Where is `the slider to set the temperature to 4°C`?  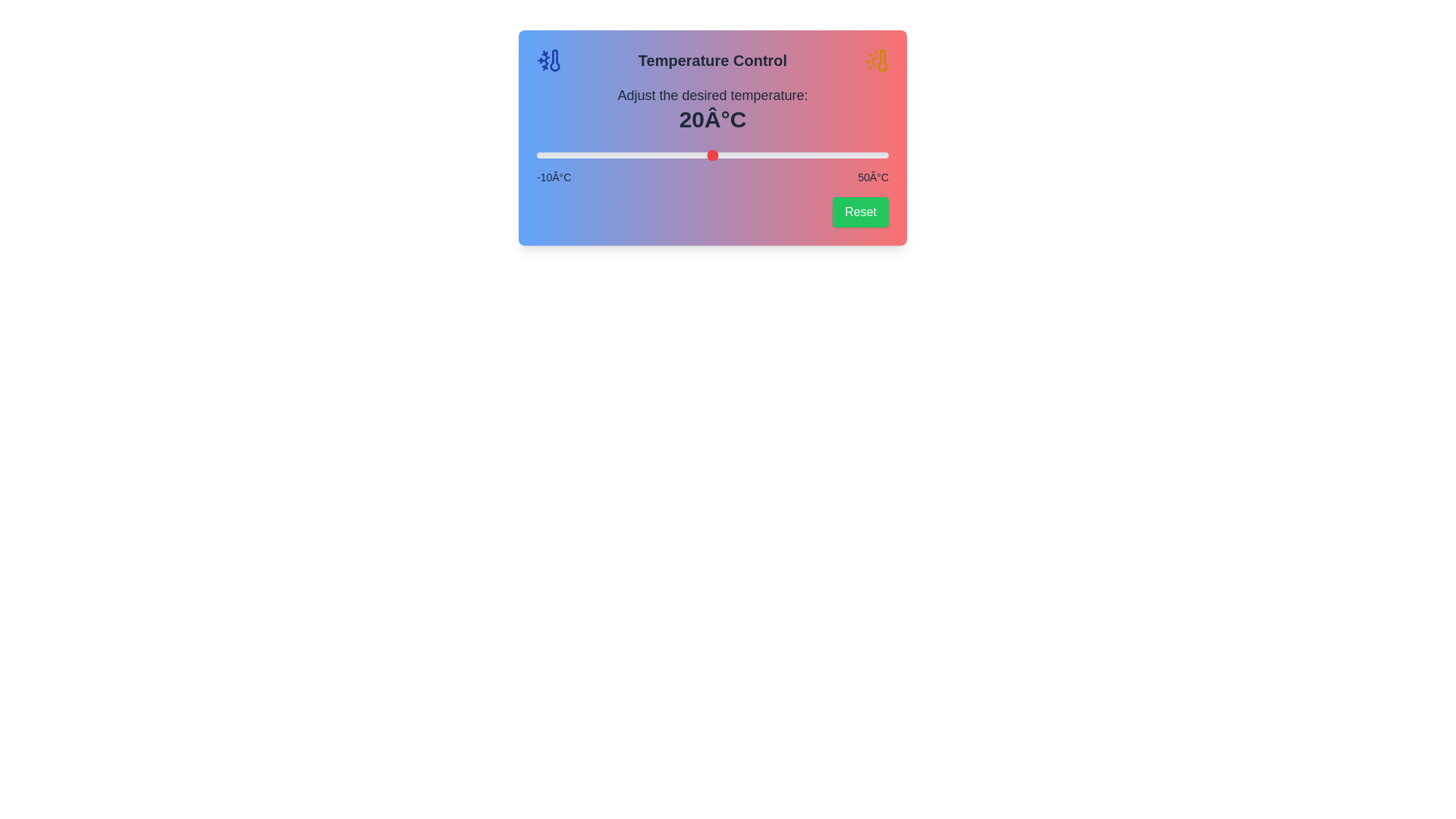
the slider to set the temperature to 4°C is located at coordinates (619, 155).